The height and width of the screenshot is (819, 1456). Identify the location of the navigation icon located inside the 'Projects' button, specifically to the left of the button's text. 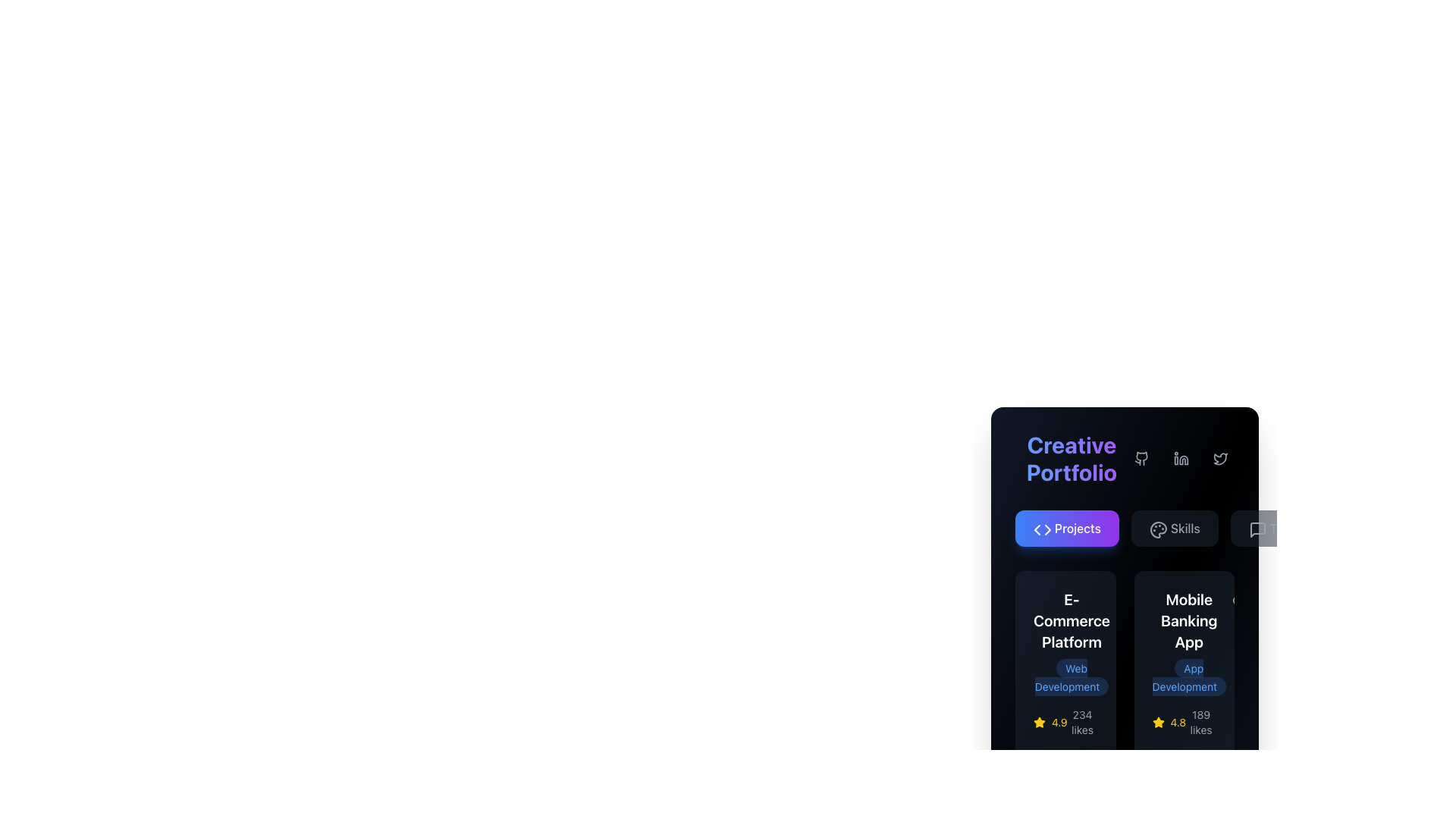
(1037, 529).